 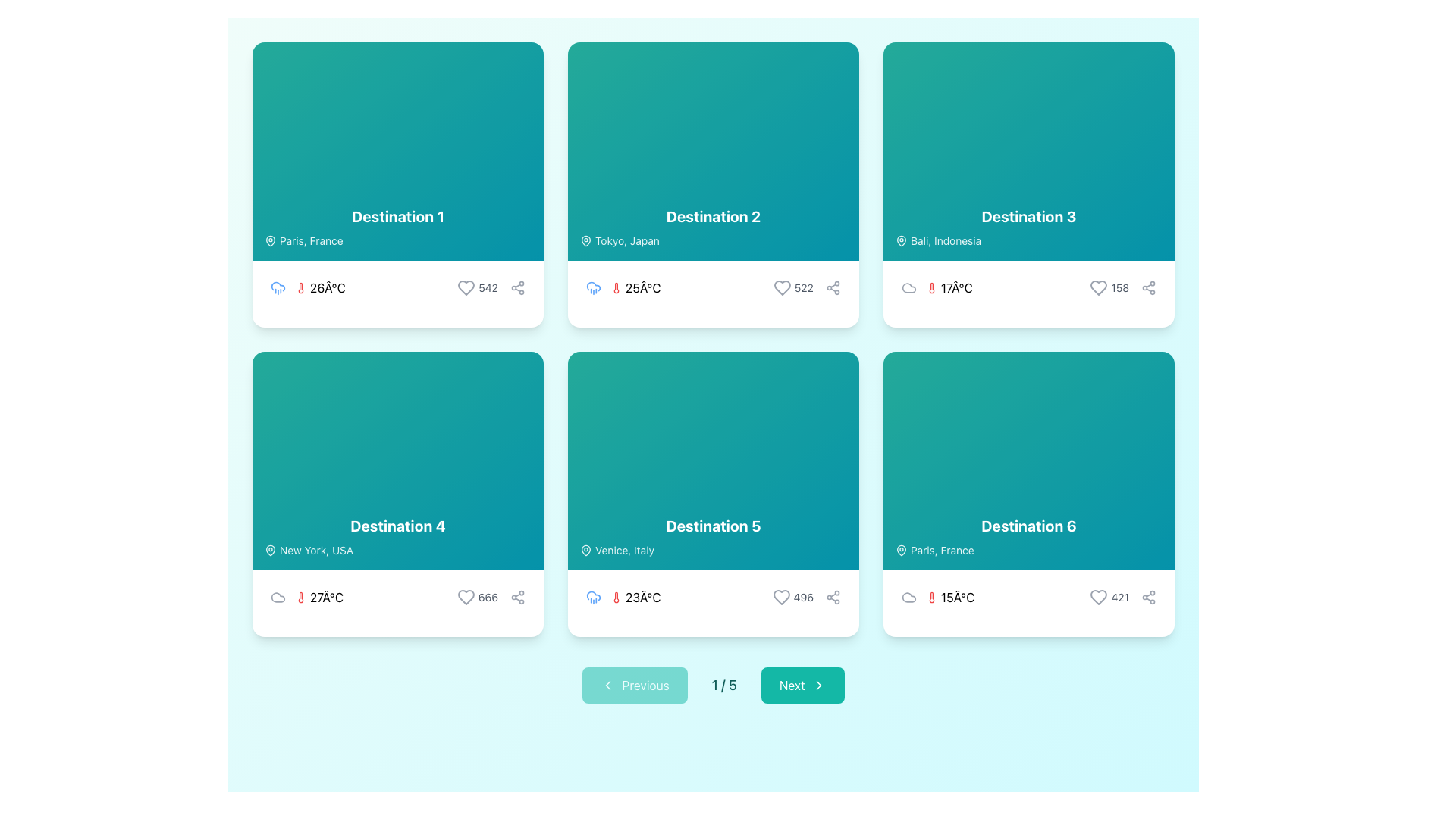 What do you see at coordinates (517, 596) in the screenshot?
I see `the Share button located in the bottom-right corner of the card for 'Destination 4' to share the card content` at bounding box center [517, 596].